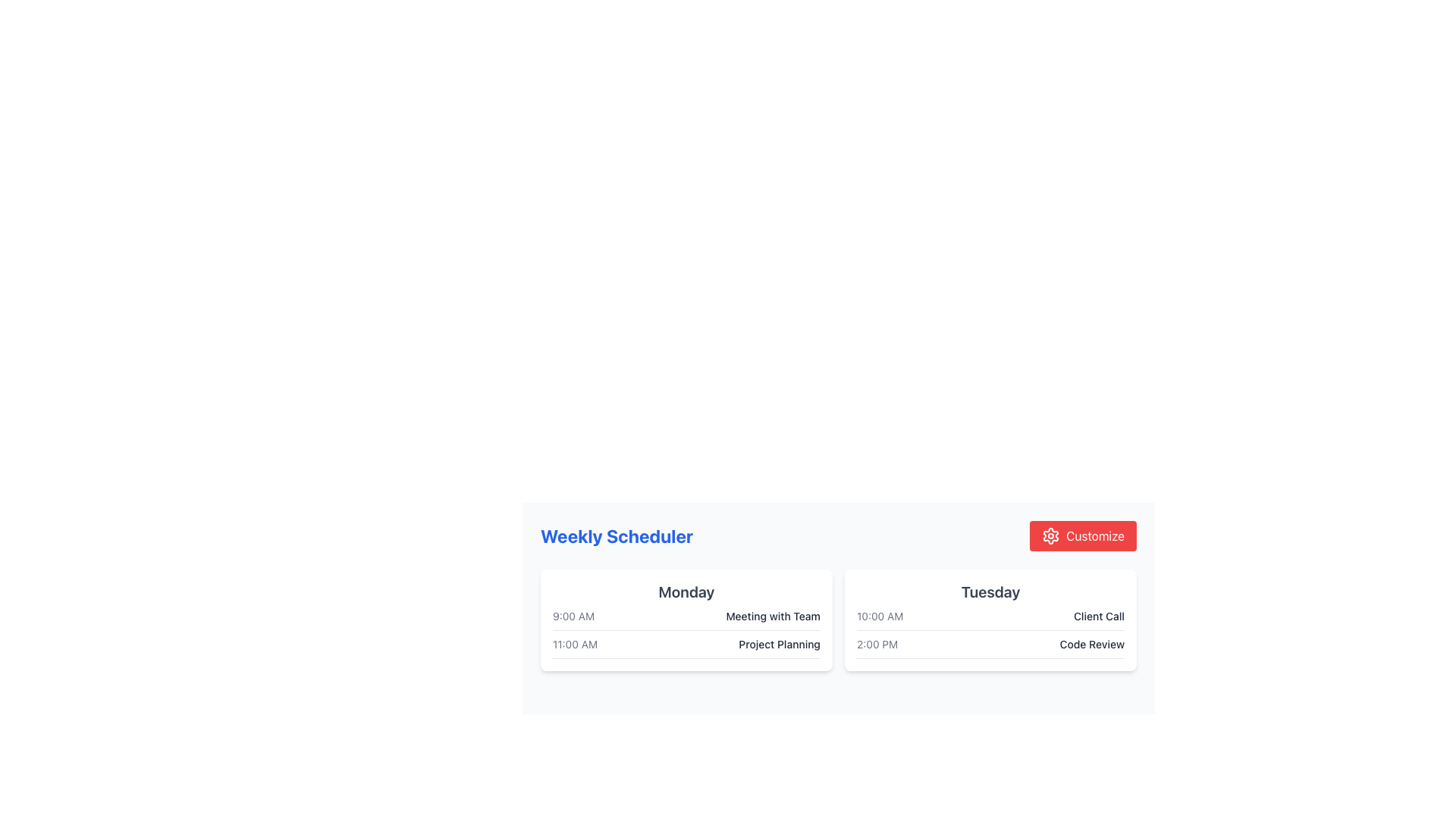  What do you see at coordinates (877, 644) in the screenshot?
I see `timestamp '2:00 PM' displayed in a small-sized, gray-colored font within the schedule interface for the event 'Code Review' on Tuesday` at bounding box center [877, 644].